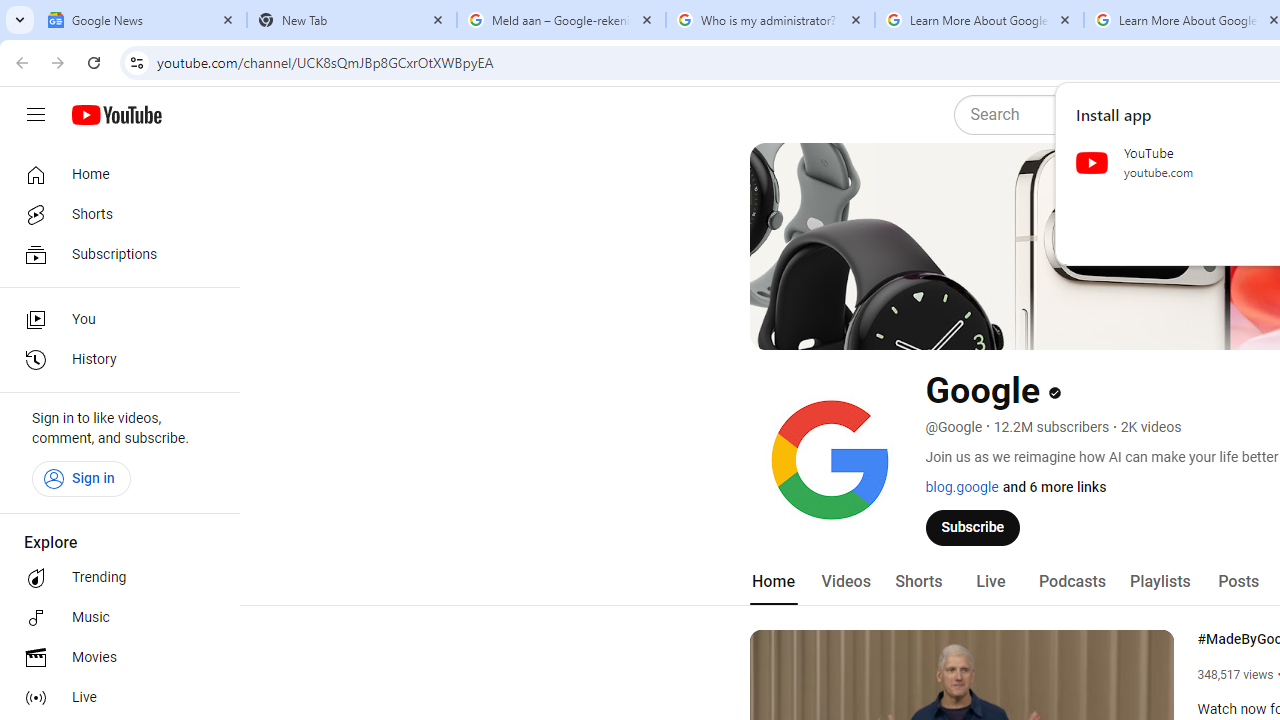 This screenshot has height=720, width=1280. I want to click on 'Who is my administrator? - Google Account Help', so click(769, 20).